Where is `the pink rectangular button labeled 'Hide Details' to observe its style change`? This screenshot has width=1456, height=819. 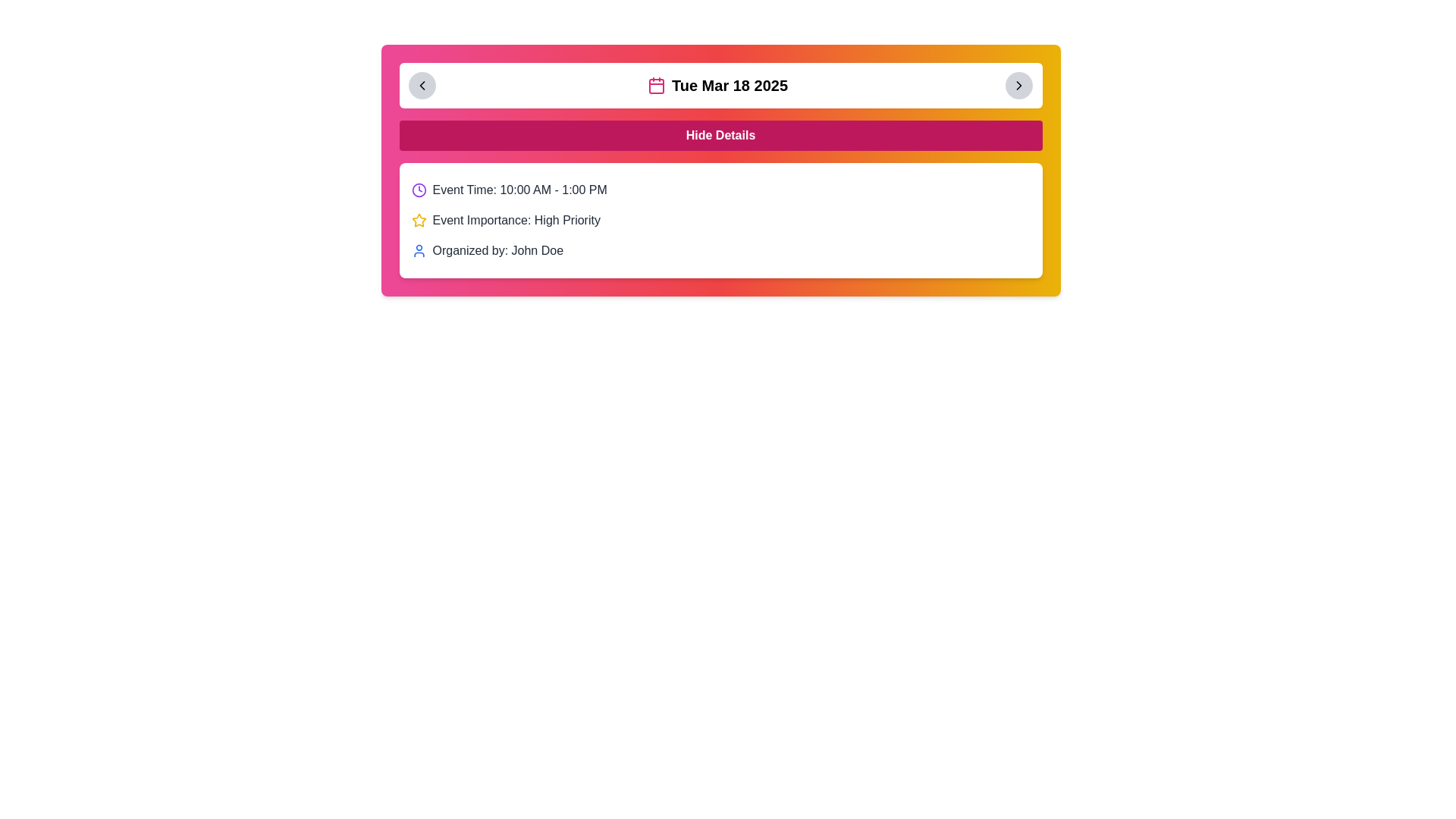
the pink rectangular button labeled 'Hide Details' to observe its style change is located at coordinates (720, 134).